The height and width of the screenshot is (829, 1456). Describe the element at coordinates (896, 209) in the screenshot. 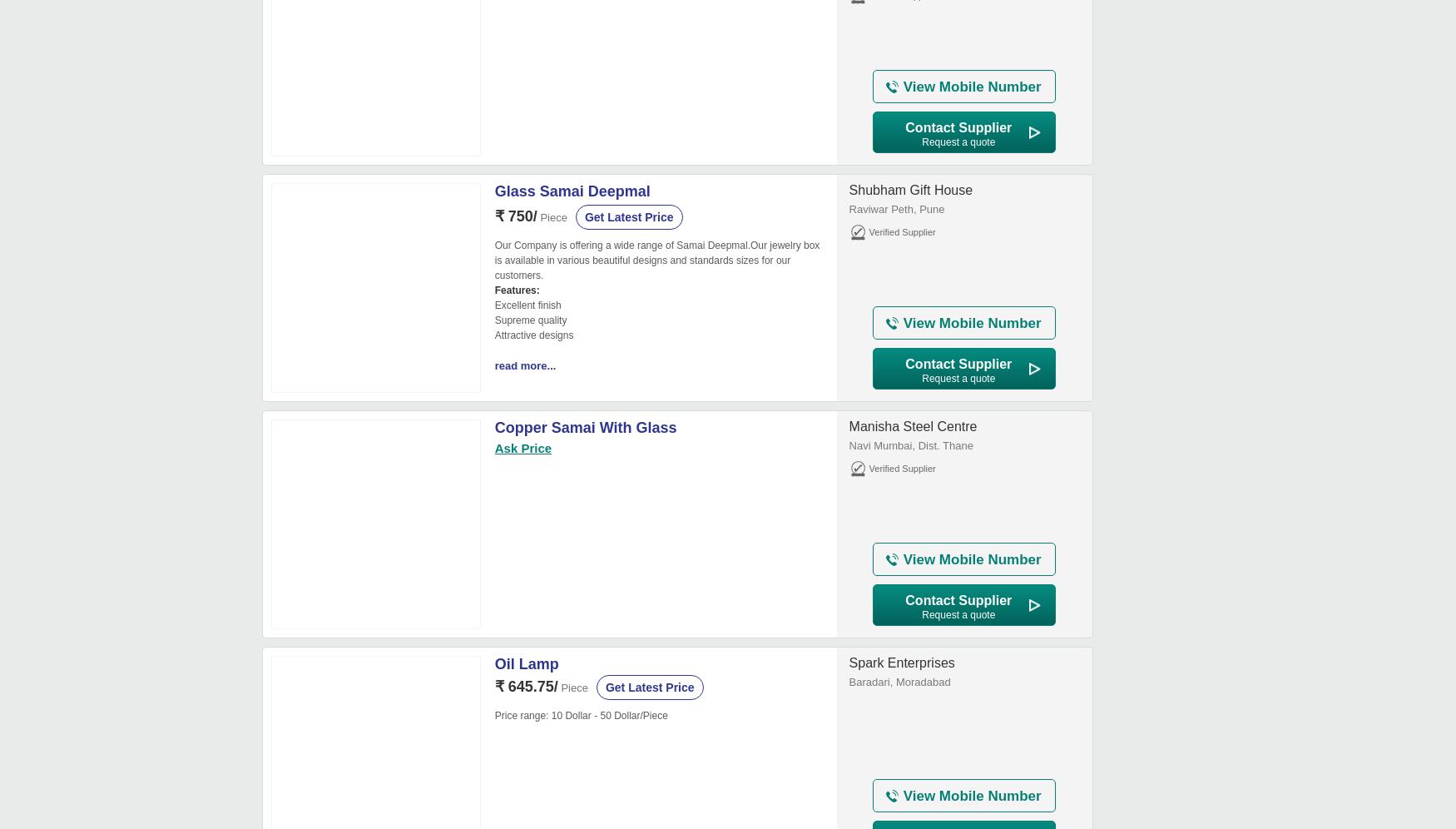

I see `'Raviwar Peth, Pune'` at that location.